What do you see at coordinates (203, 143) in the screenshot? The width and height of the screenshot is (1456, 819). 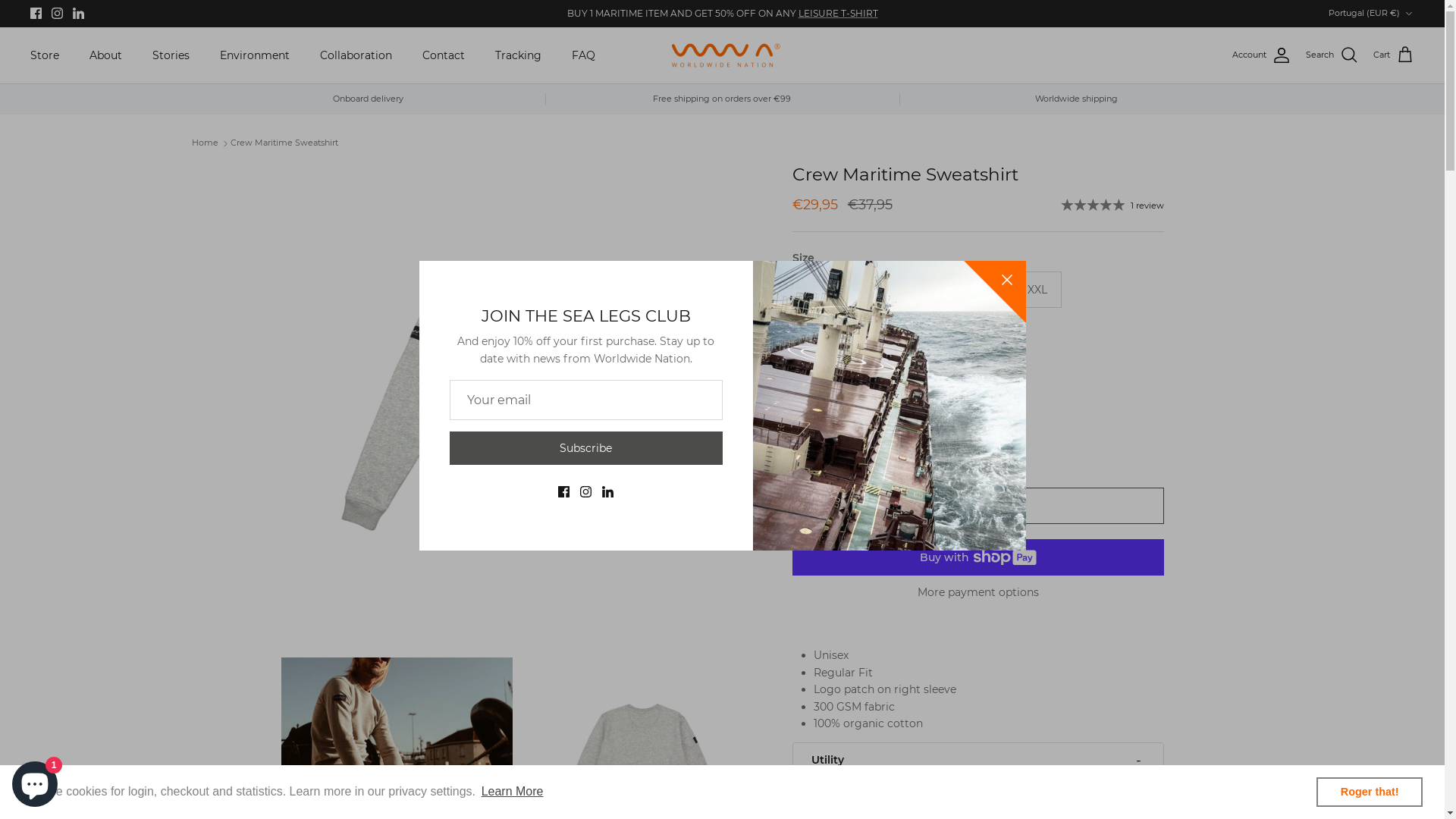 I see `'Home'` at bounding box center [203, 143].